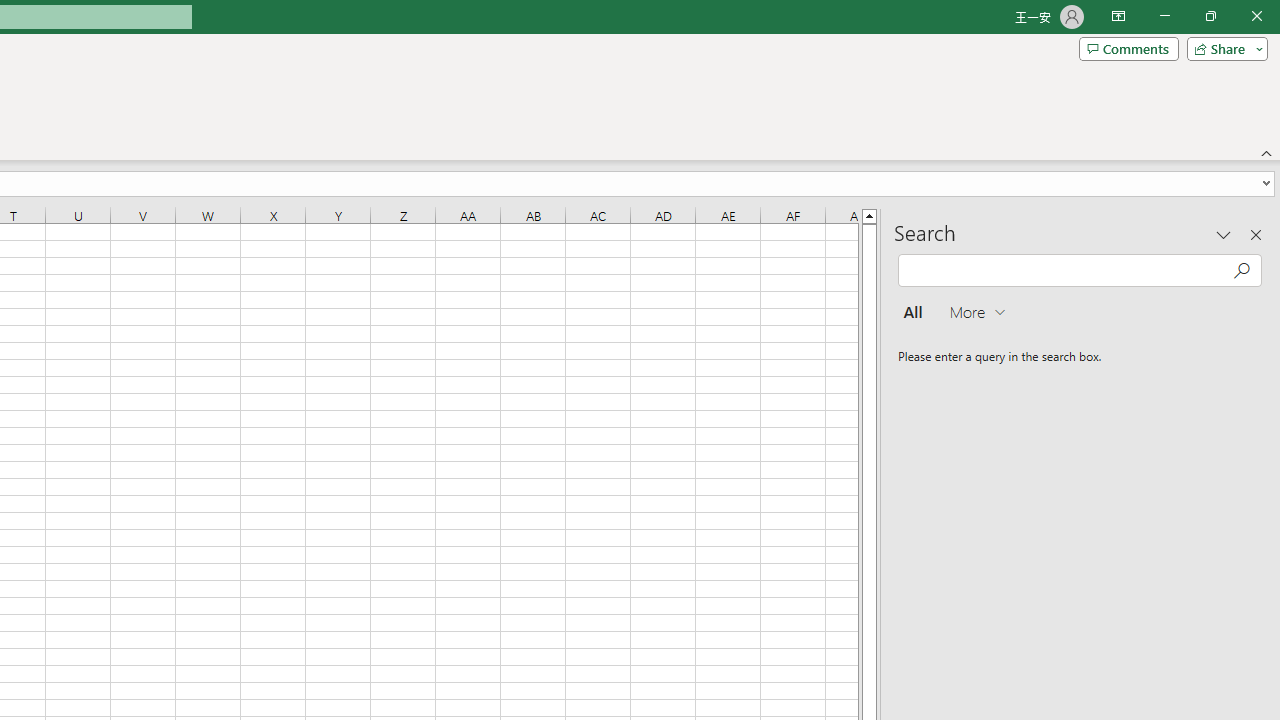 The image size is (1280, 720). I want to click on 'Share', so click(1222, 47).